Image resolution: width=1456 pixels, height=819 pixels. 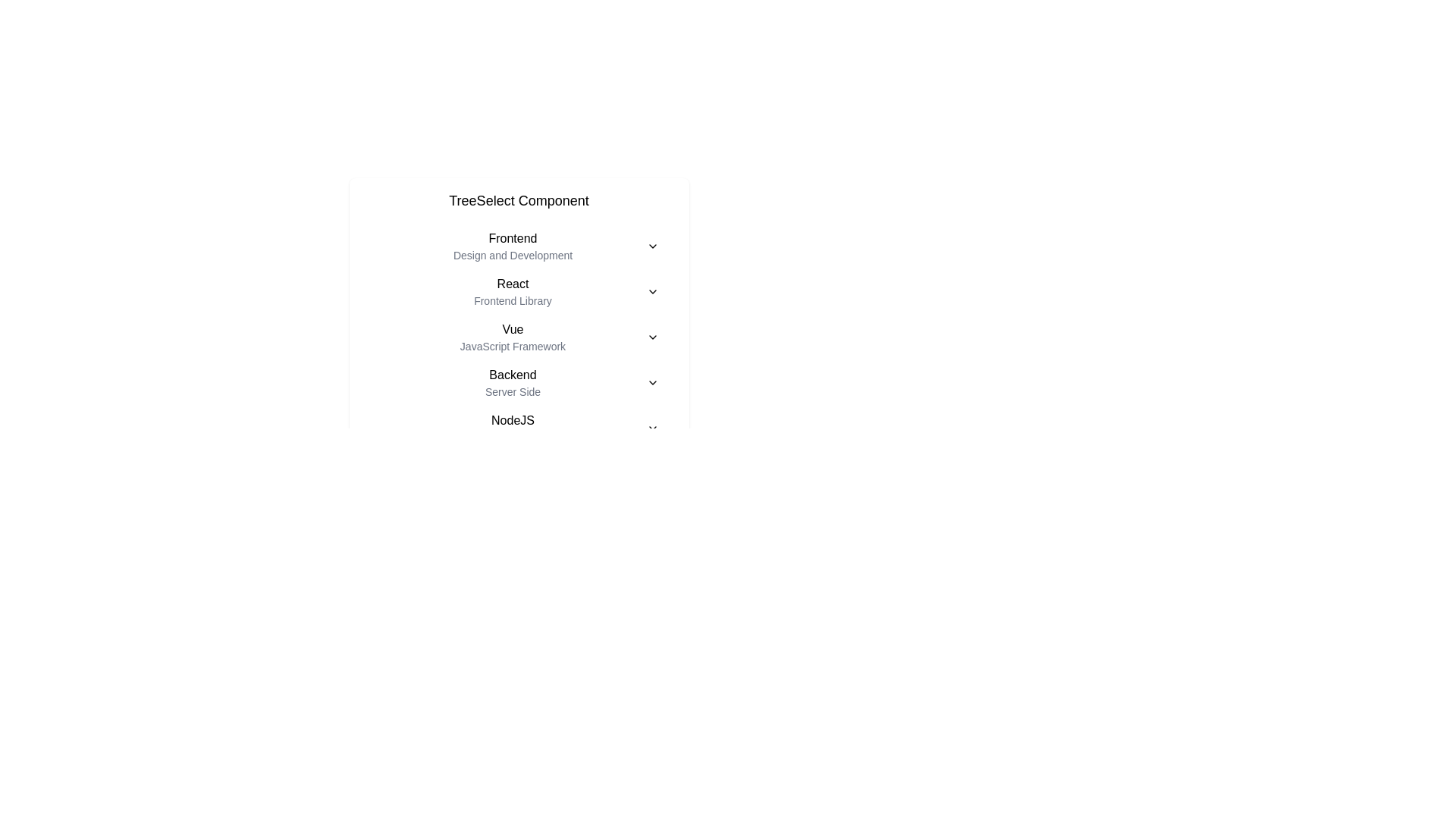 I want to click on the selectable option labeled 'Frontend' which features bold text and an arrow icon, so click(x=519, y=245).